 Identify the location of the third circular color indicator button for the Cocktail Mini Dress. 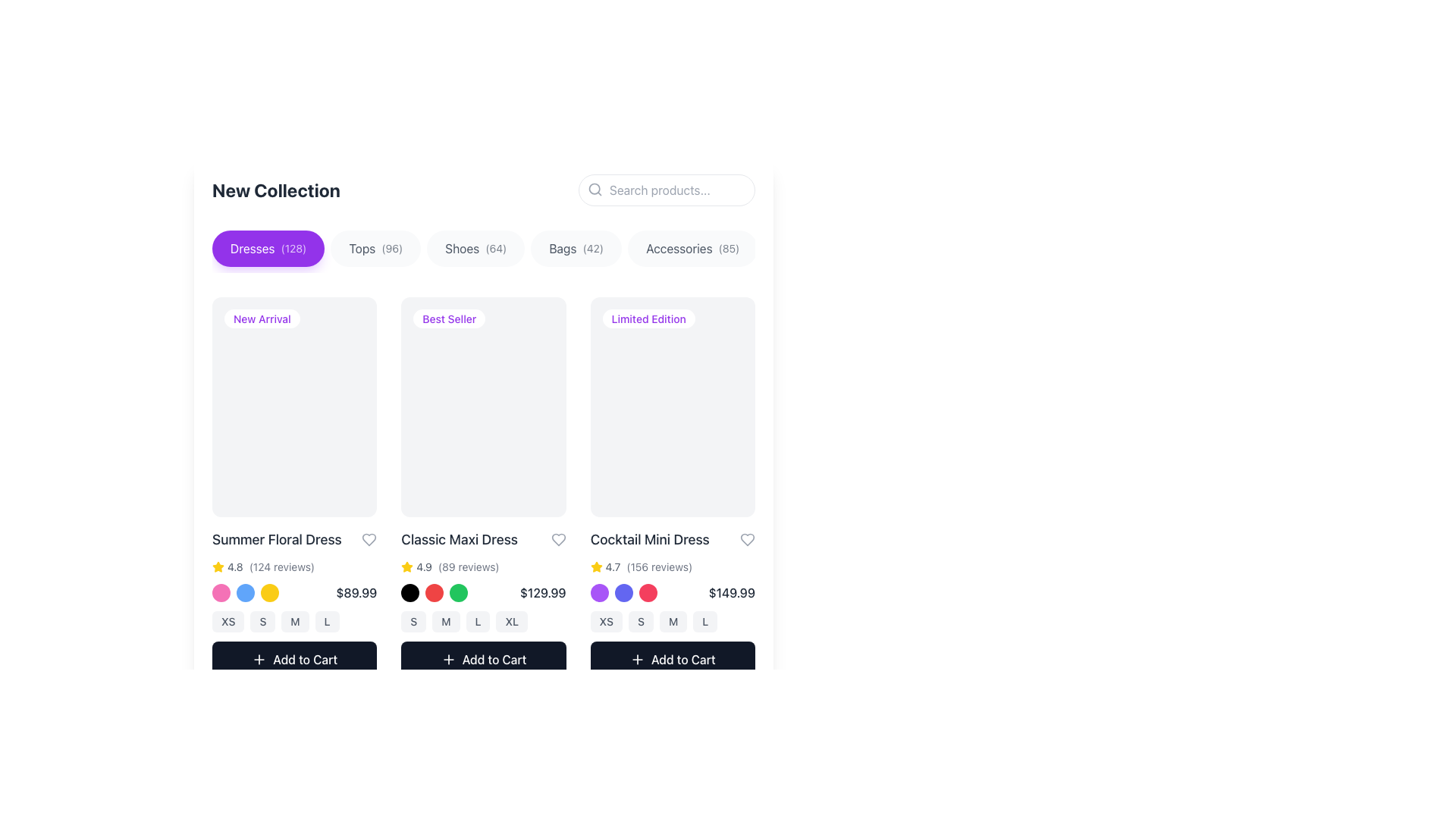
(648, 591).